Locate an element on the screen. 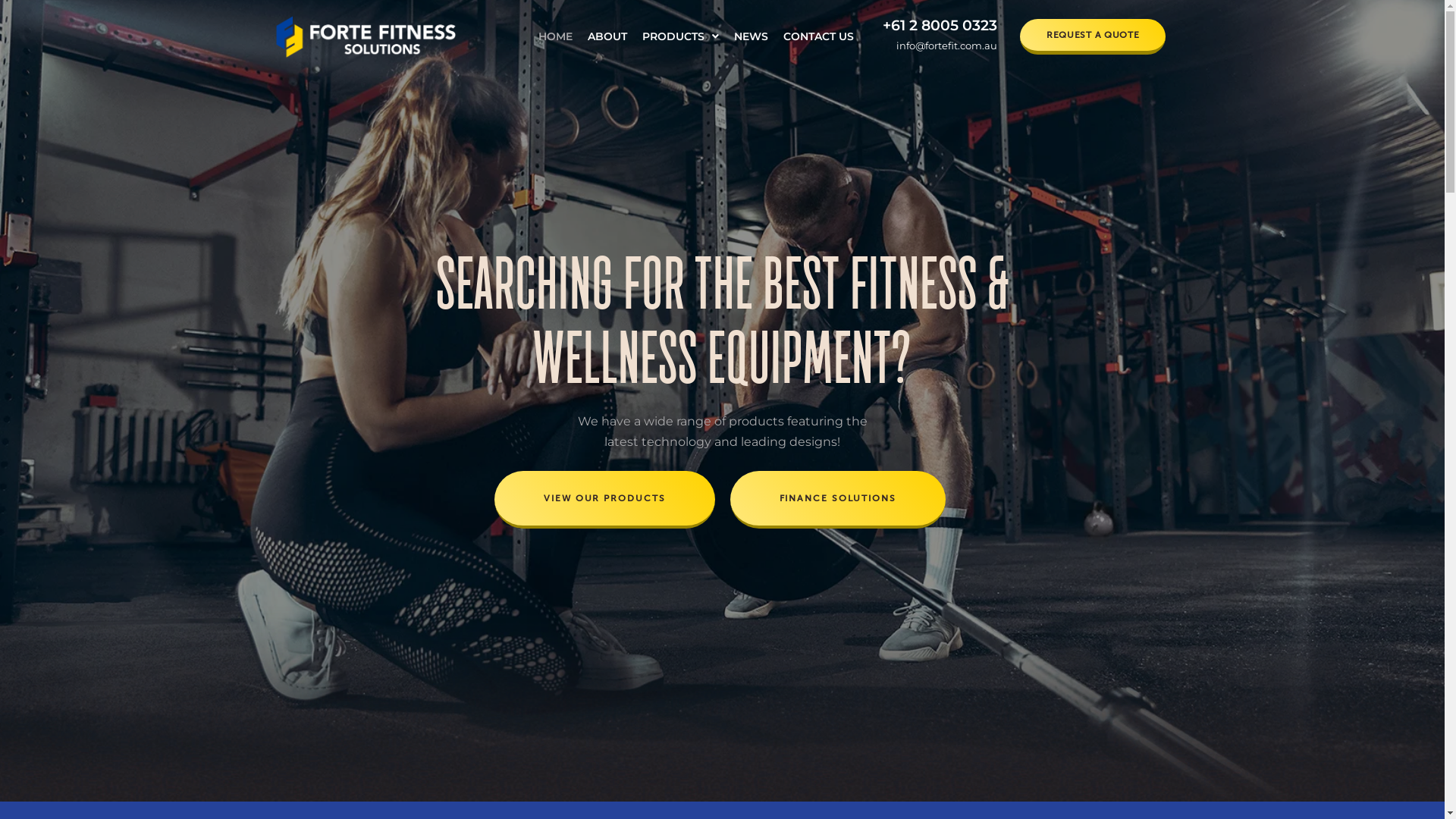  'REQUEST A QUOTE' is located at coordinates (1019, 36).